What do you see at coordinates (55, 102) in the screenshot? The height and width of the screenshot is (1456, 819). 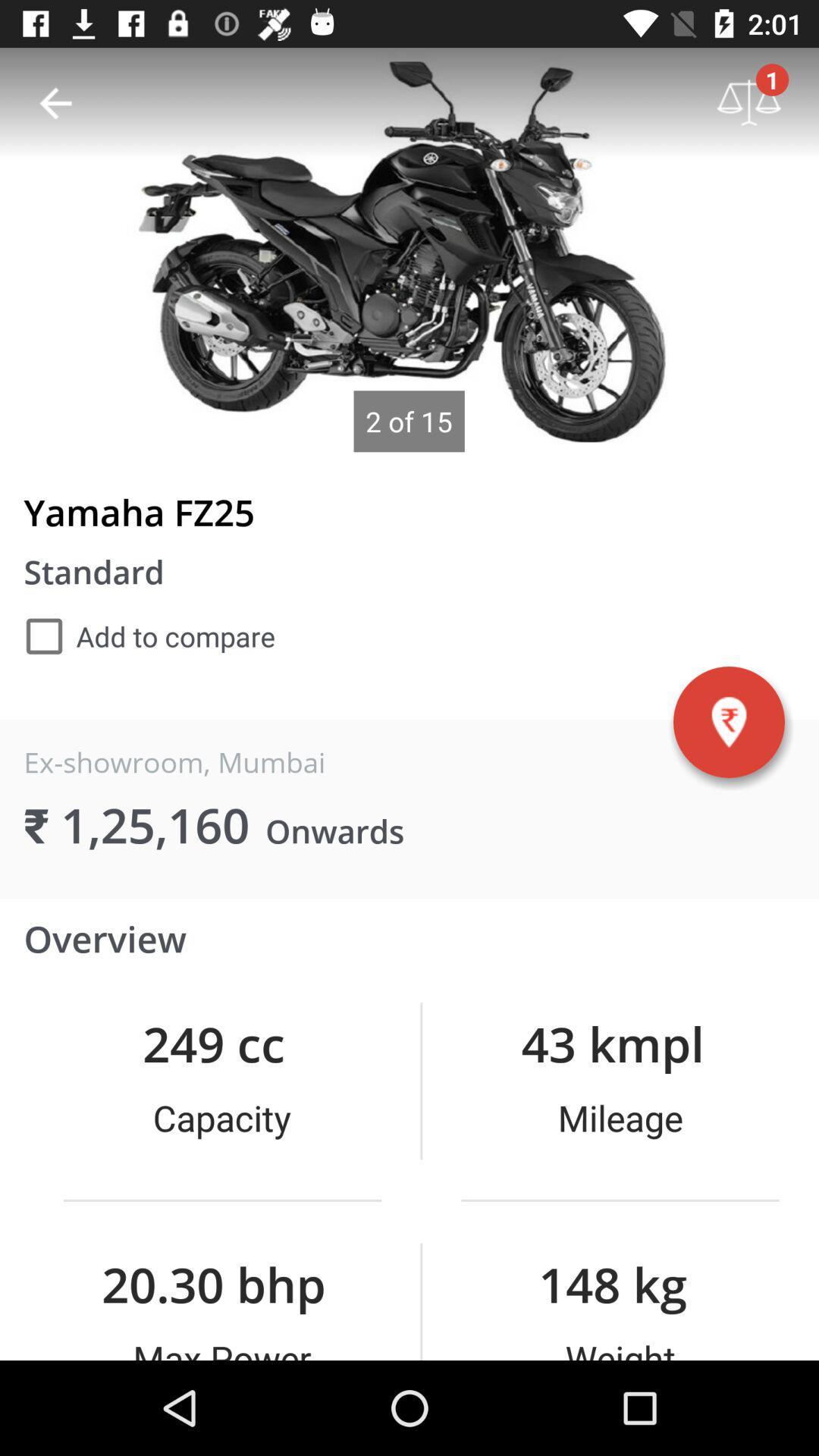 I see `the item above yamaha fz25 icon` at bounding box center [55, 102].